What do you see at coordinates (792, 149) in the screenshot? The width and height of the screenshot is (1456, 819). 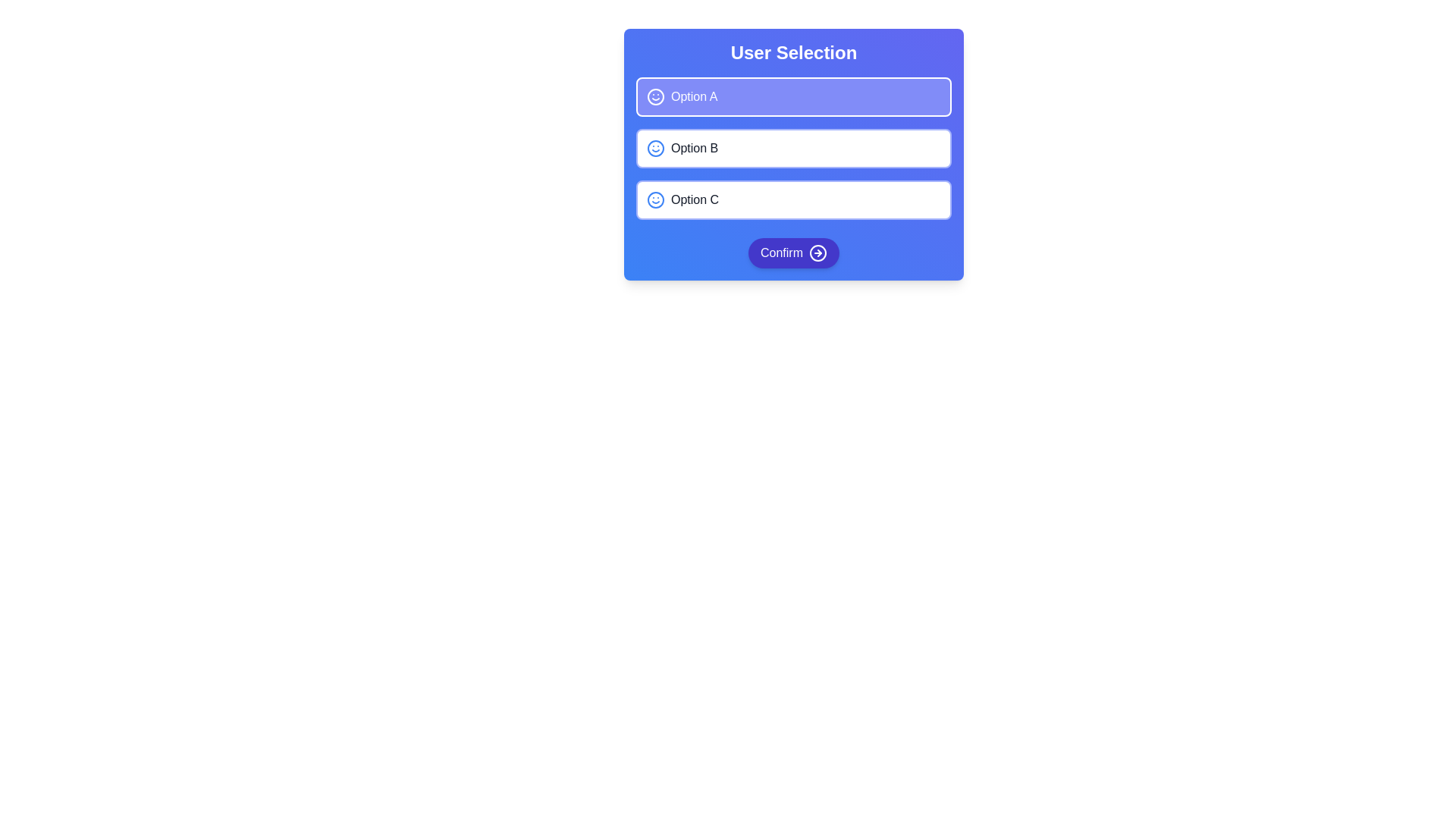 I see `one of the selectable button-style components labeled 'Option A', 'Option B', or 'Option C'` at bounding box center [792, 149].